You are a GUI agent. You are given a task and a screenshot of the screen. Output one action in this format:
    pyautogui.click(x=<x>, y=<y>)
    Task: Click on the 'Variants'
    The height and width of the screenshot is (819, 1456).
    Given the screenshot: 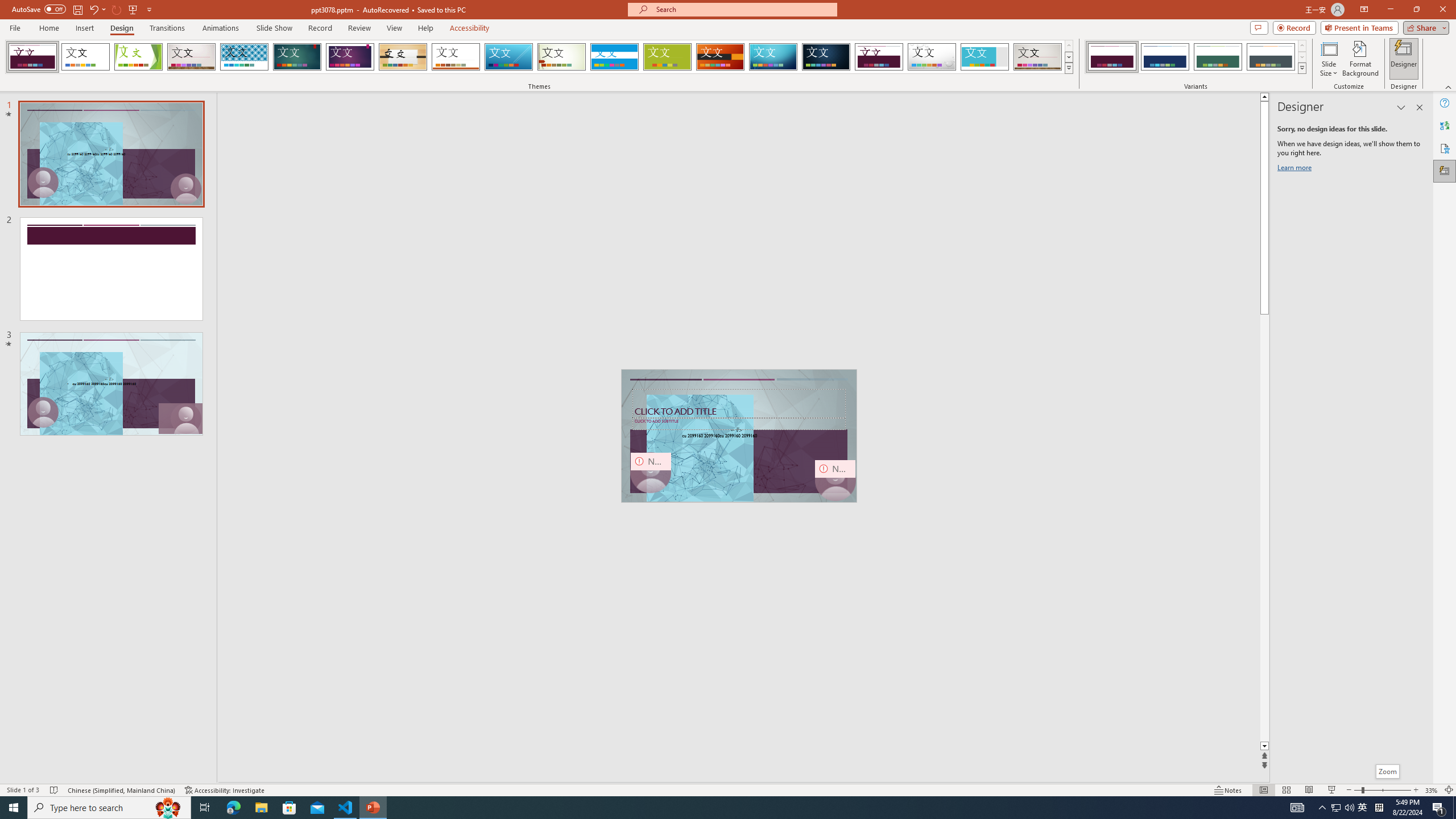 What is the action you would take?
    pyautogui.click(x=1301, y=67)
    